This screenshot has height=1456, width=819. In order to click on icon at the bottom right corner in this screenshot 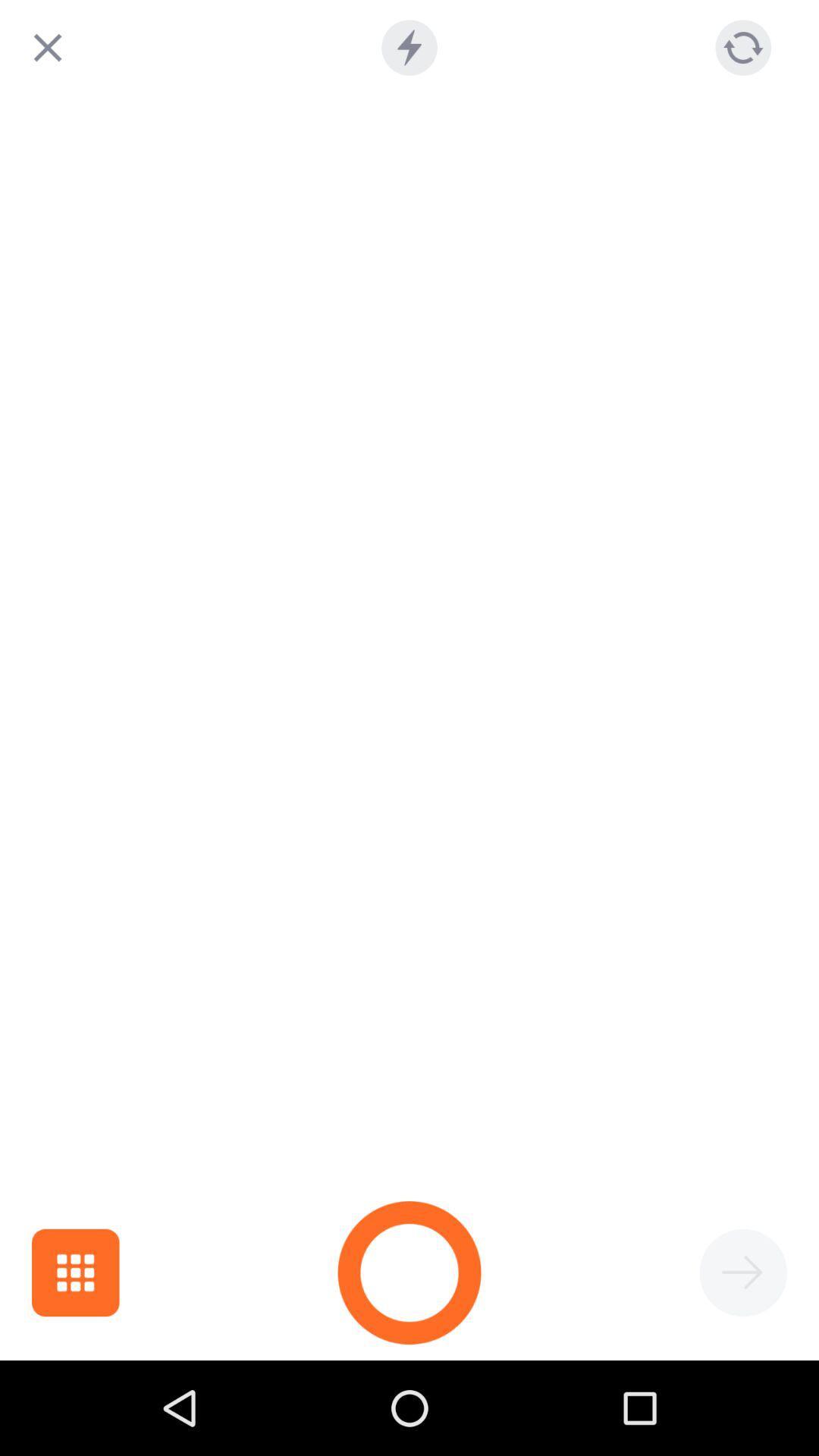, I will do `click(742, 1272)`.